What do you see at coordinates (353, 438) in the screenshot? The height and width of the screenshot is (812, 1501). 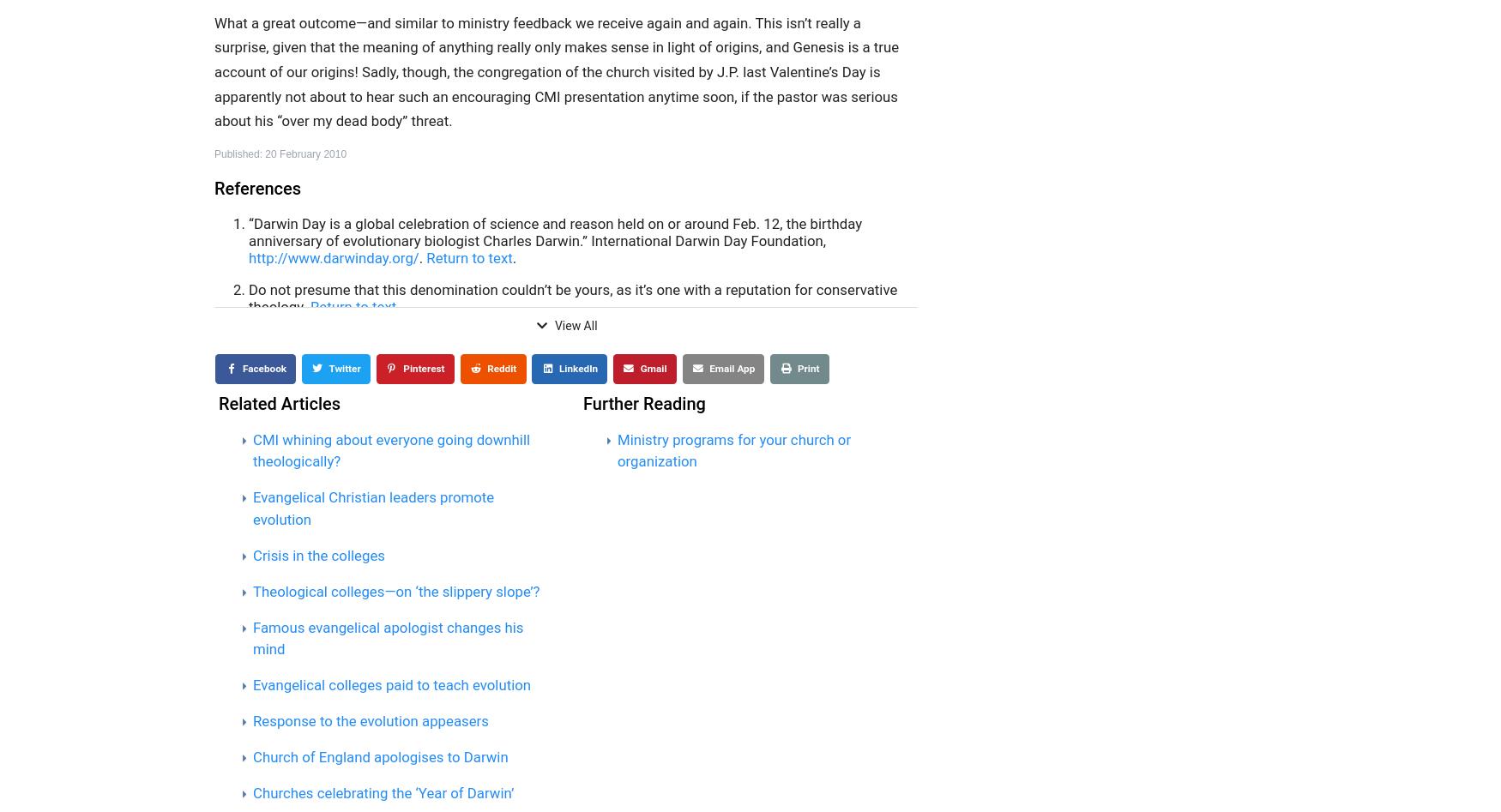 I see `'Adrian Bates'` at bounding box center [353, 438].